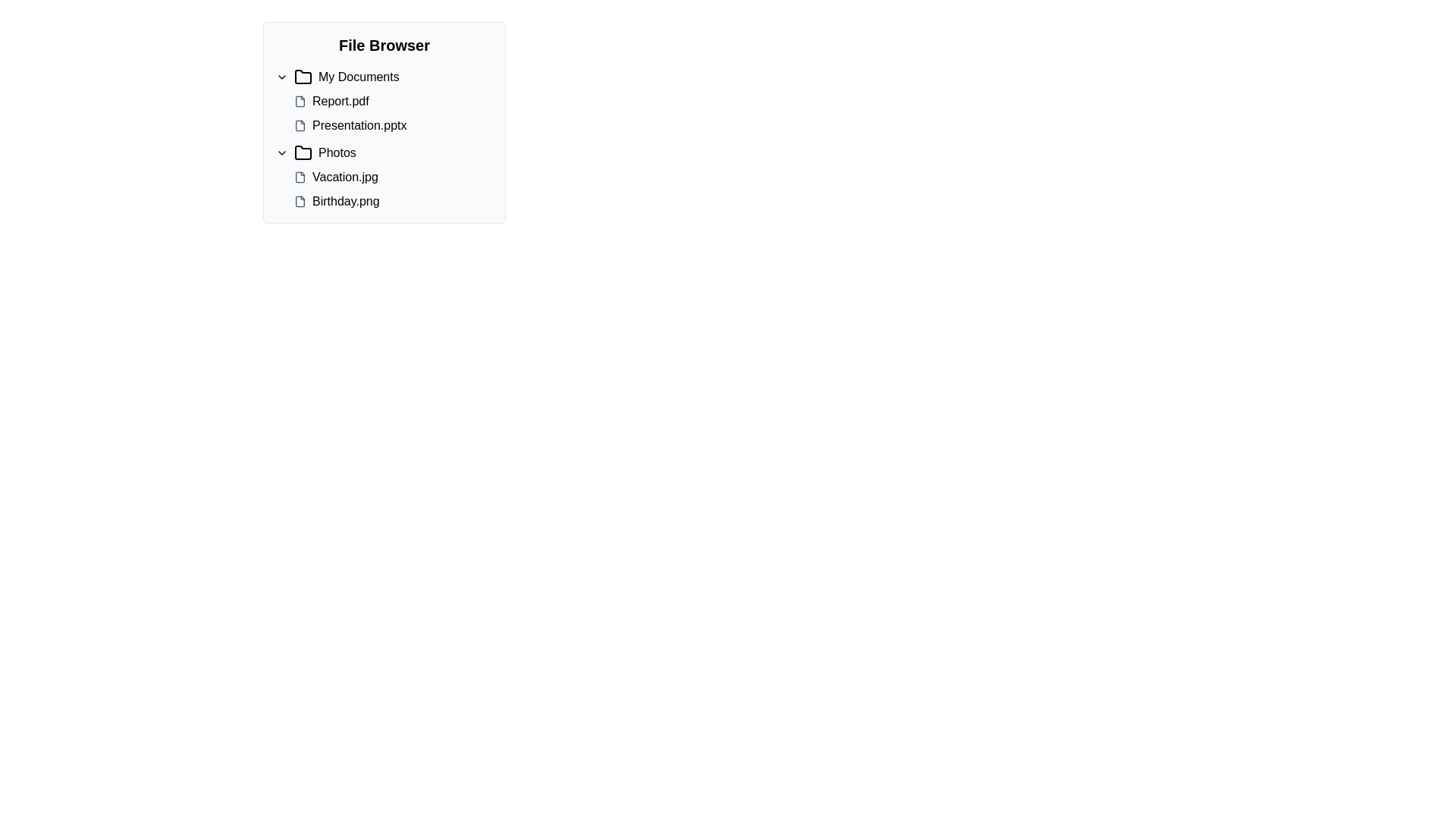  Describe the element at coordinates (282, 77) in the screenshot. I see `the Dropdown indicator or chevron-down icon` at that location.